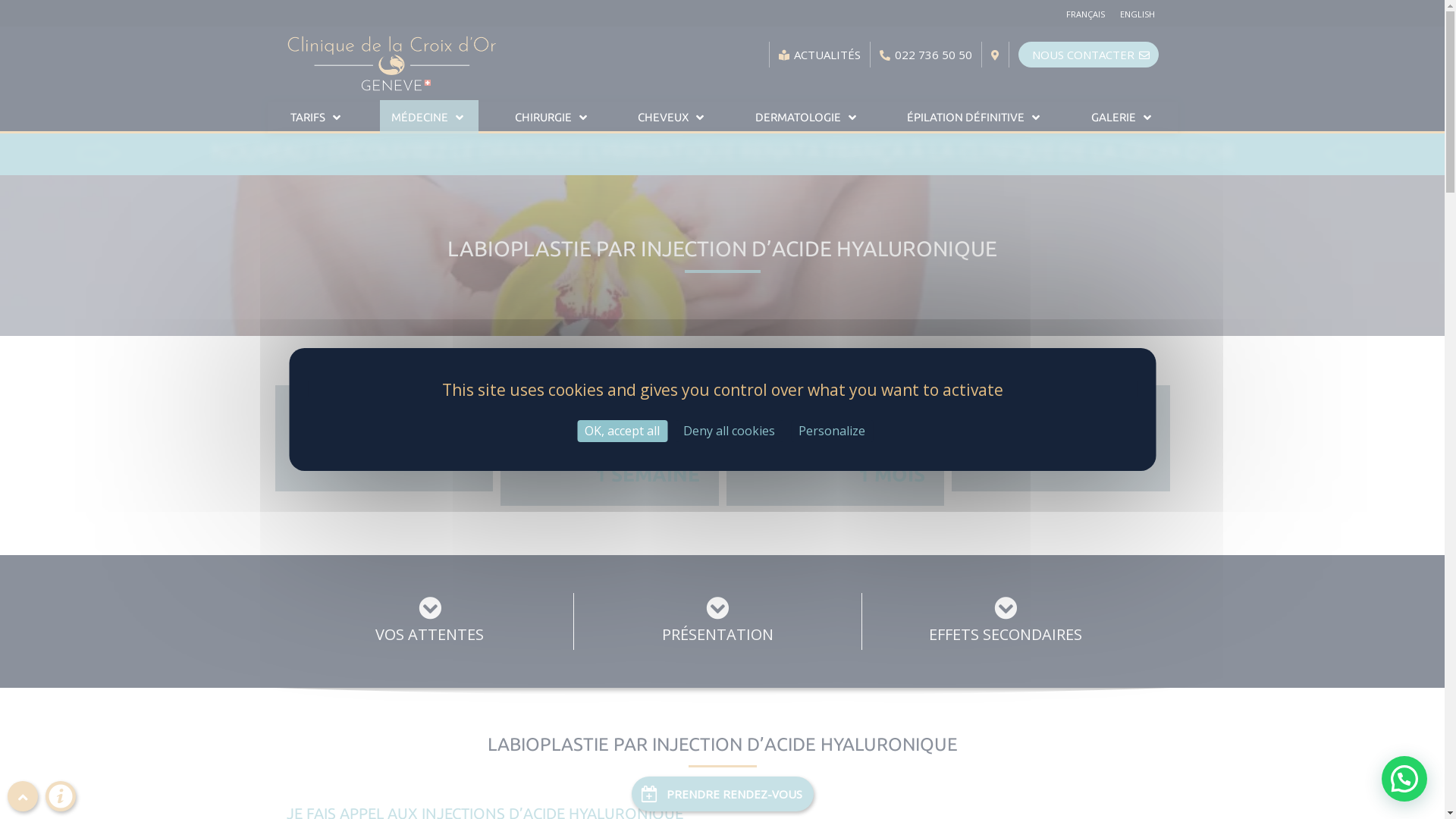  Describe the element at coordinates (924, 54) in the screenshot. I see `'022 736 50 50'` at that location.